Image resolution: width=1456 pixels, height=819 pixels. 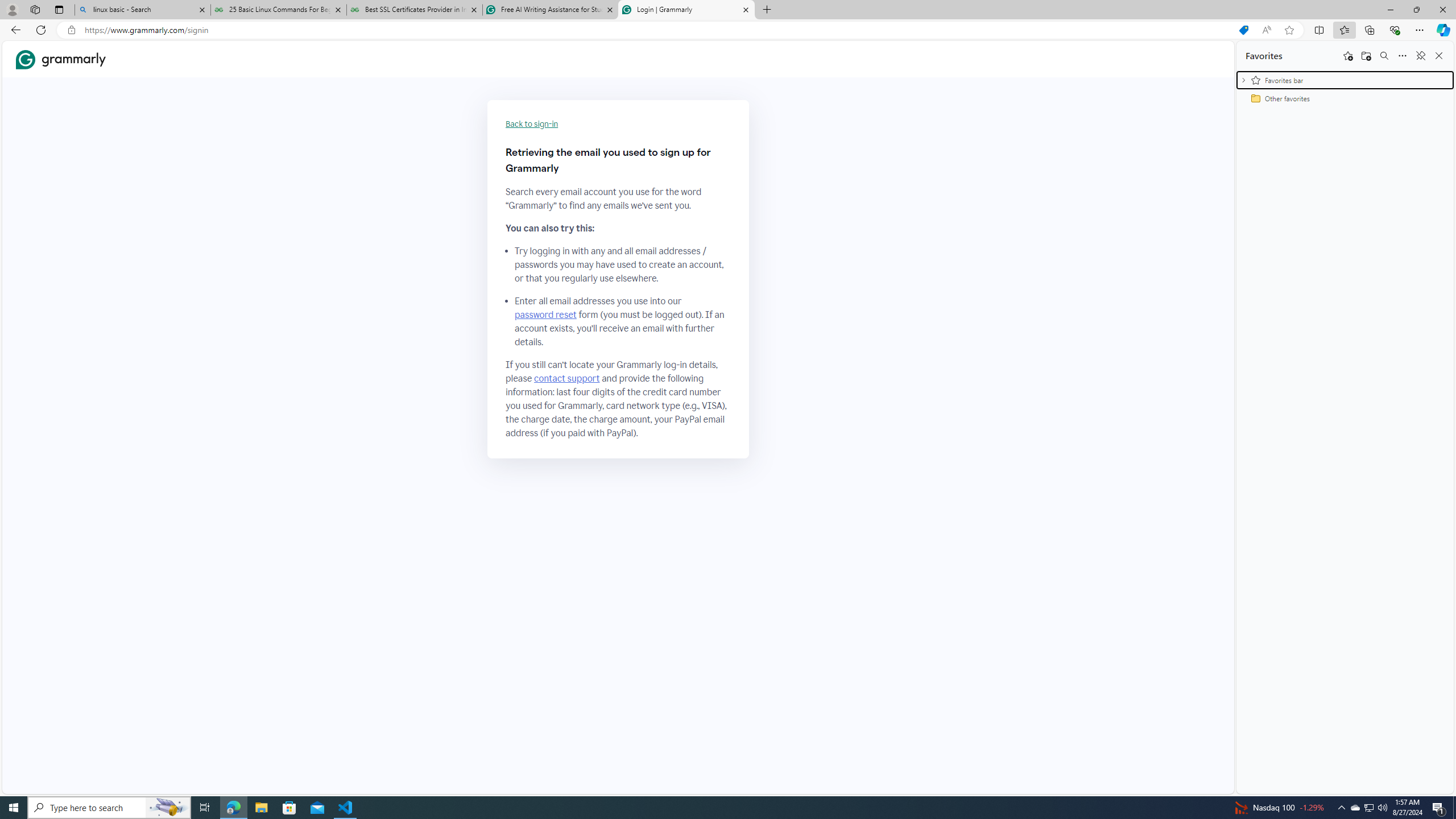 I want to click on 'Back to sign-in', so click(x=531, y=124).